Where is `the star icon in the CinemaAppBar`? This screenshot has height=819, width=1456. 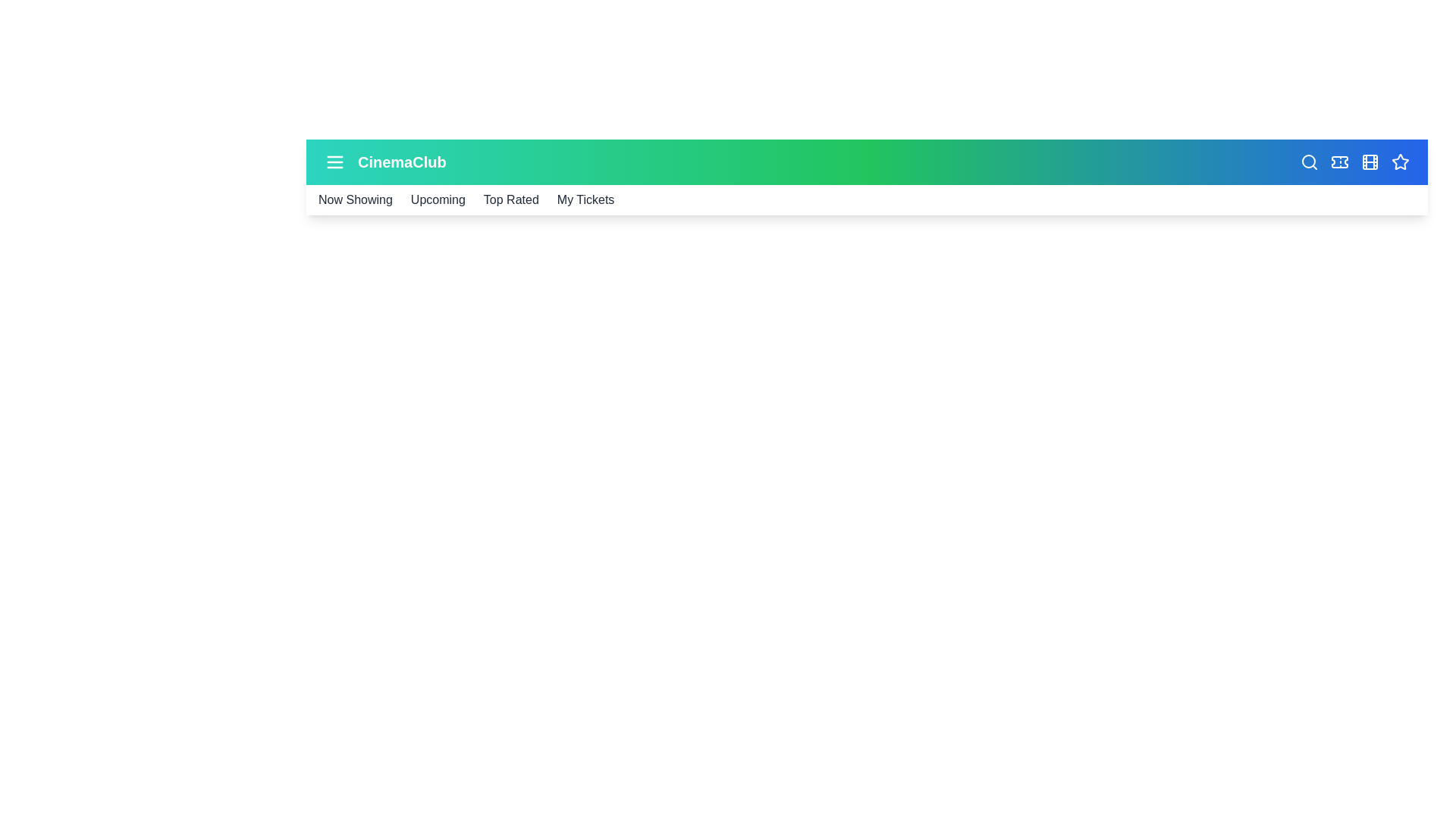
the star icon in the CinemaAppBar is located at coordinates (1400, 162).